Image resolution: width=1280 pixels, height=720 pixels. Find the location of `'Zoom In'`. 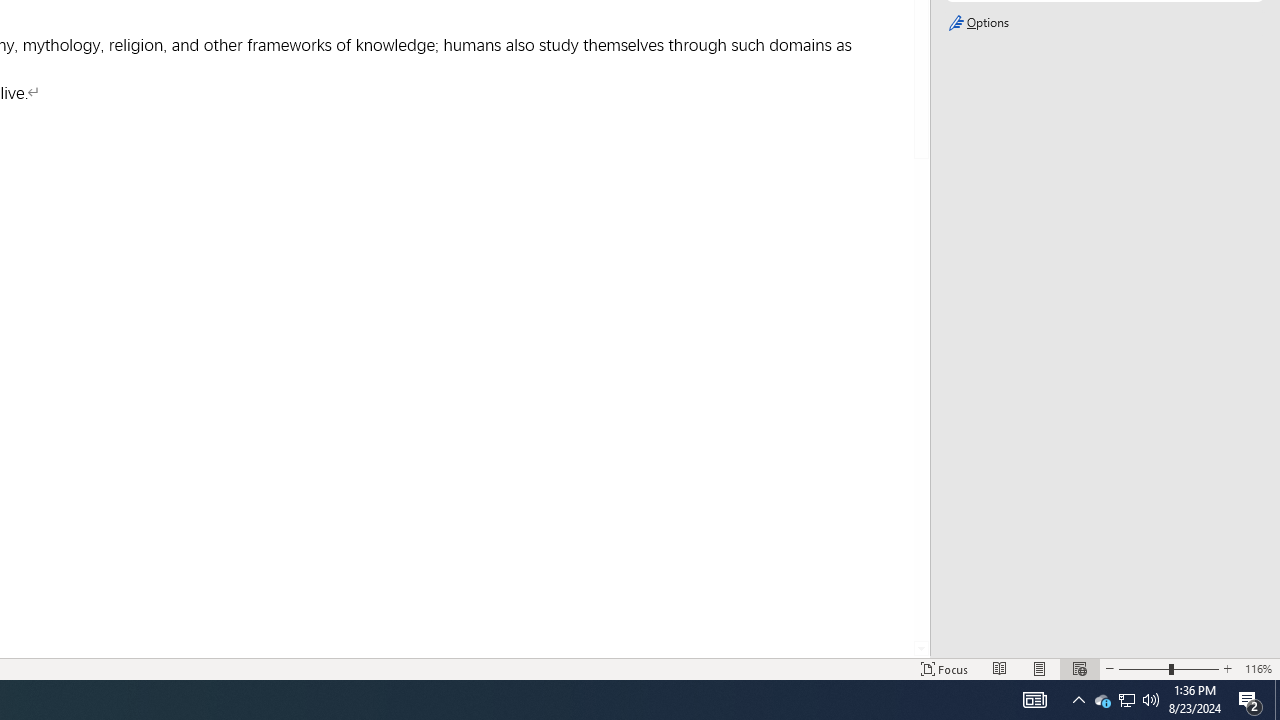

'Zoom In' is located at coordinates (1226, 669).